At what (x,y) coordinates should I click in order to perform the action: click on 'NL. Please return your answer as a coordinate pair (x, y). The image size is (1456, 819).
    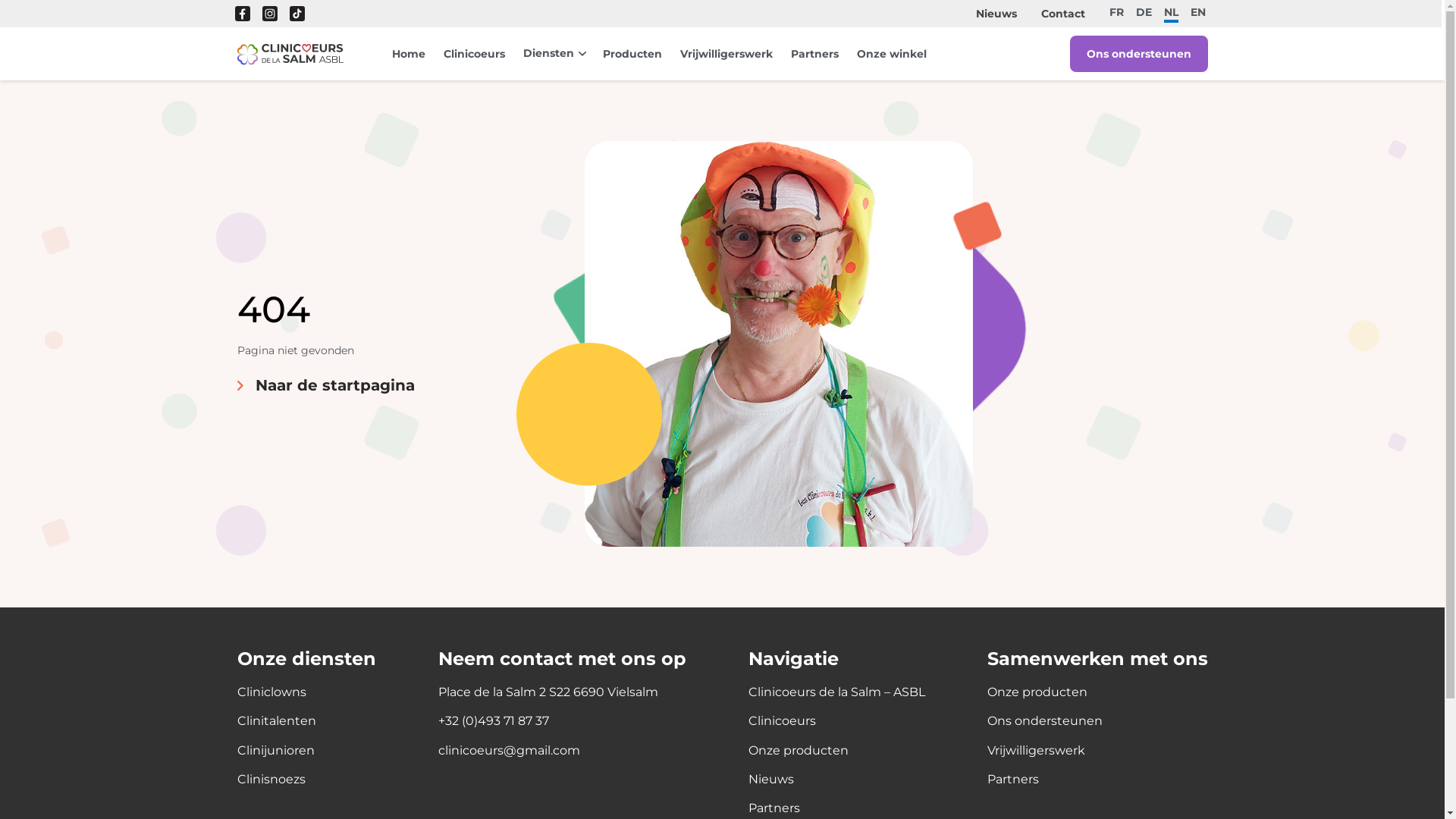
    Looking at the image, I should click on (1170, 14).